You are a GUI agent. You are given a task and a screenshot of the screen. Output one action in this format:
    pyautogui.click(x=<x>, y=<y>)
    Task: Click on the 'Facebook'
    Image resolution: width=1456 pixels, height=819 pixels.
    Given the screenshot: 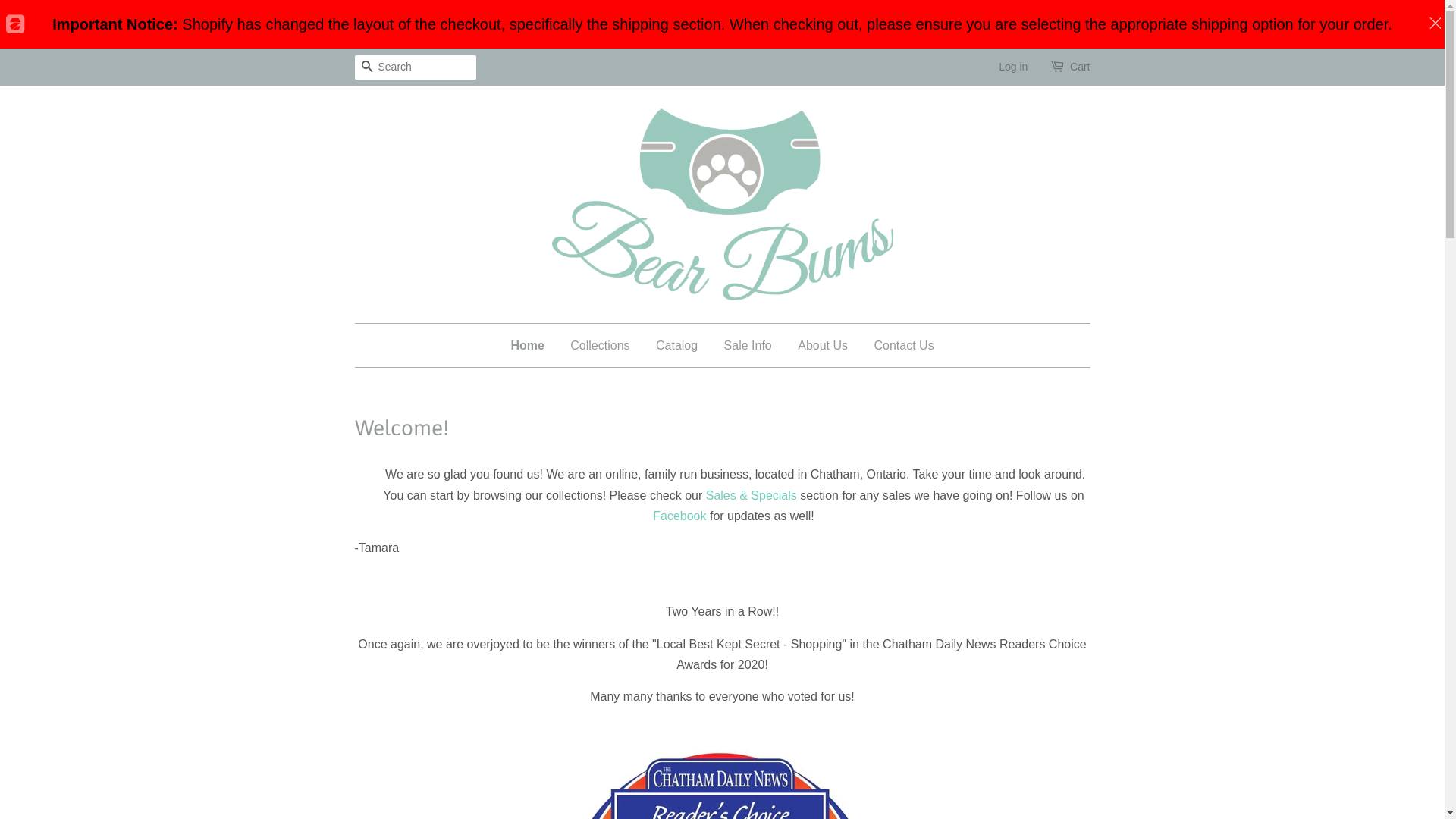 What is the action you would take?
    pyautogui.click(x=679, y=515)
    